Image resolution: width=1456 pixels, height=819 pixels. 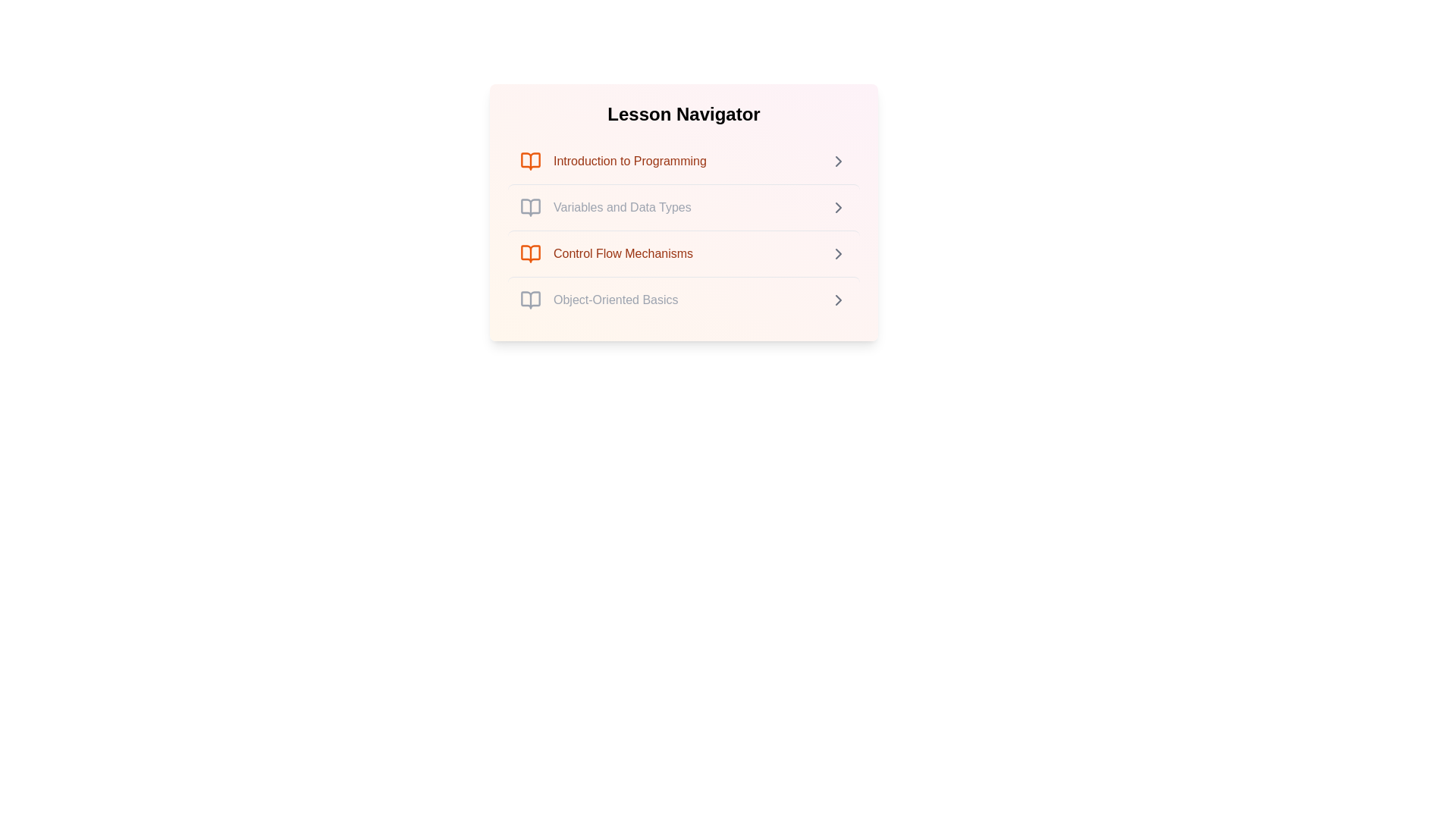 What do you see at coordinates (531, 253) in the screenshot?
I see `the icon representing the lesson titled 'Control Flow Mechanisms'` at bounding box center [531, 253].